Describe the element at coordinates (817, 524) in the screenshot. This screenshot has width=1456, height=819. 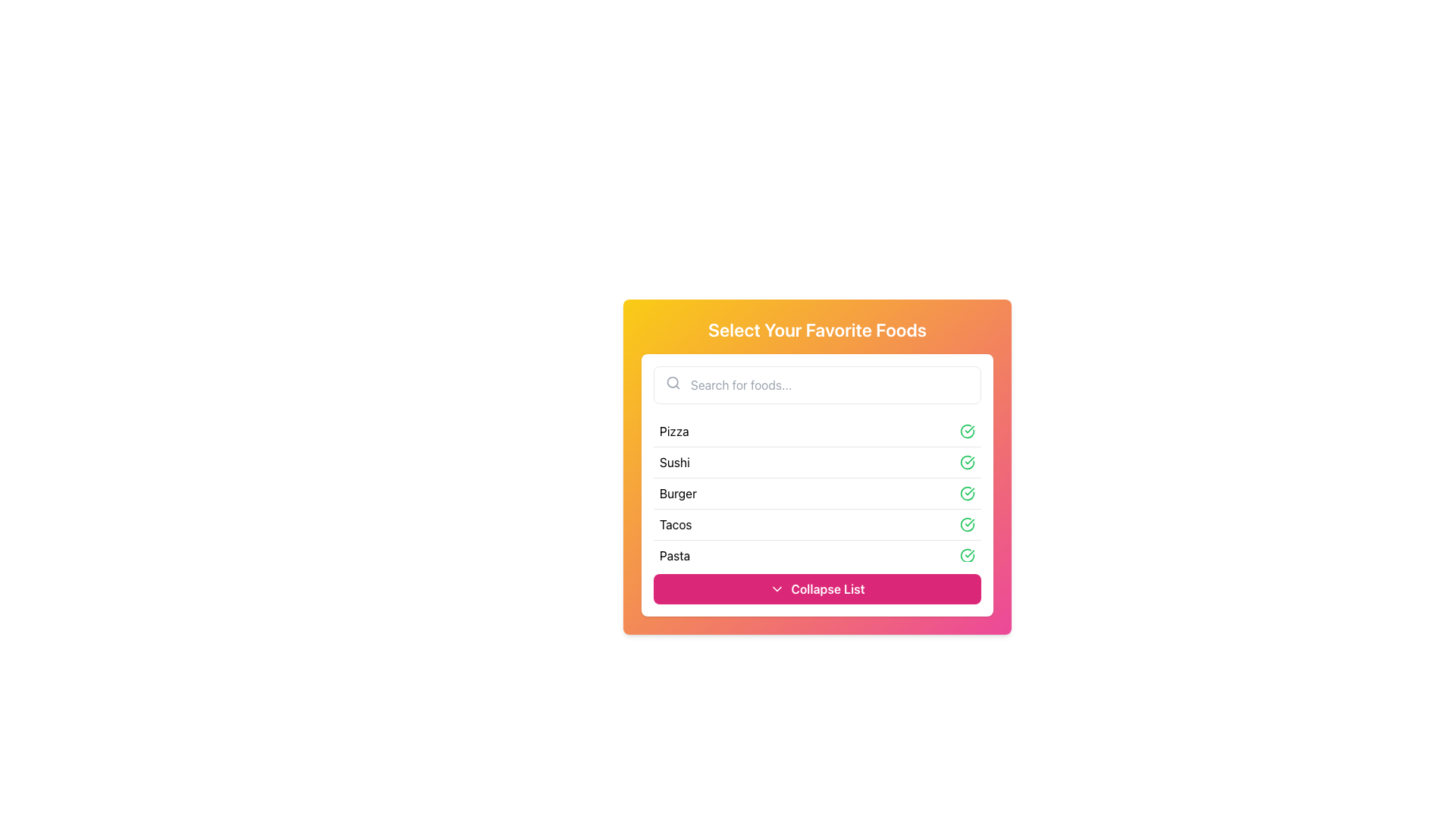
I see `the 'Tacos' option in the list under 'Select Your Favorite Foods'` at that location.